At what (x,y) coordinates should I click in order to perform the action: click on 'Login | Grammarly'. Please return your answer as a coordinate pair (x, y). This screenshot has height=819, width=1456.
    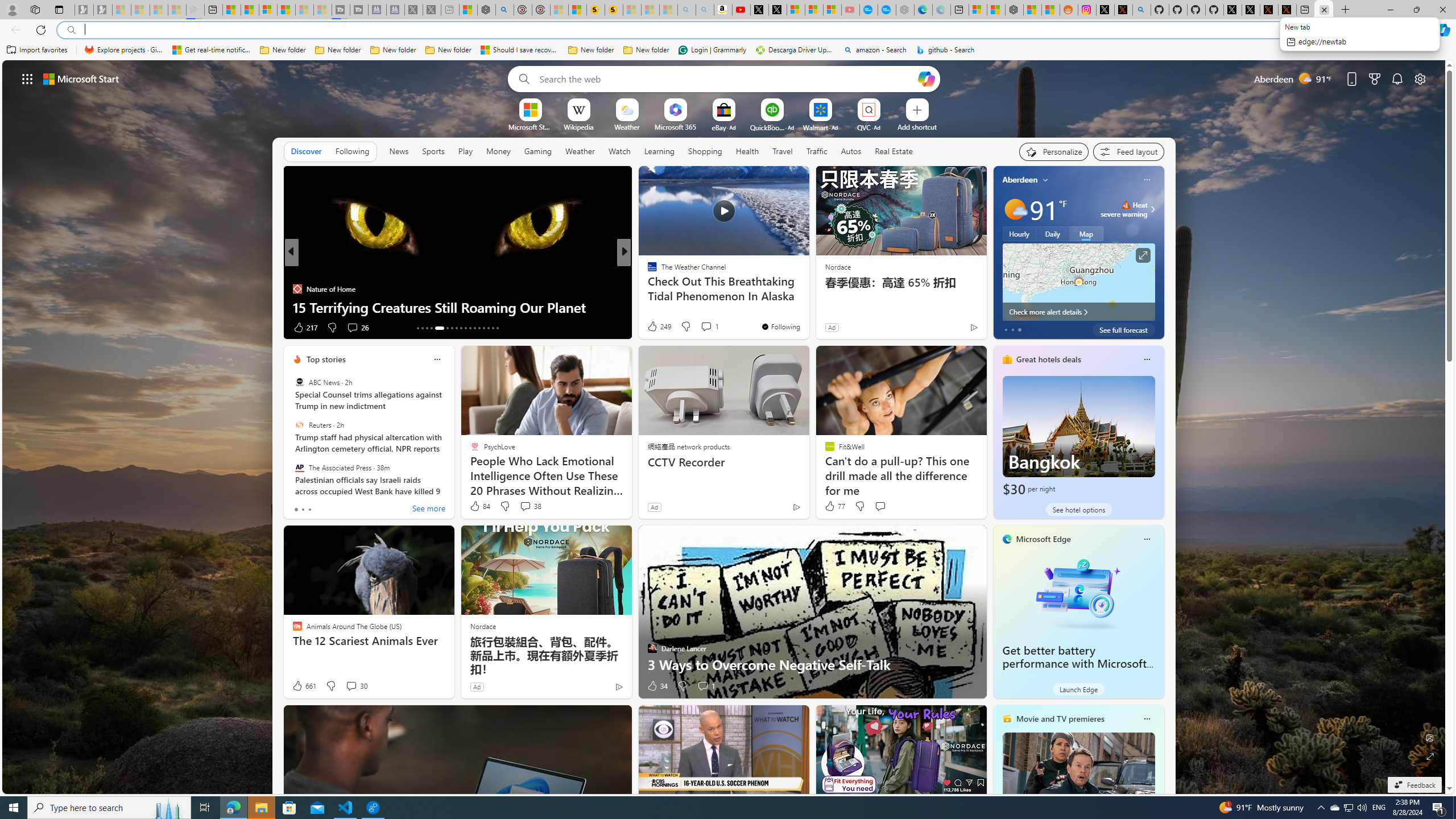
    Looking at the image, I should click on (712, 49).